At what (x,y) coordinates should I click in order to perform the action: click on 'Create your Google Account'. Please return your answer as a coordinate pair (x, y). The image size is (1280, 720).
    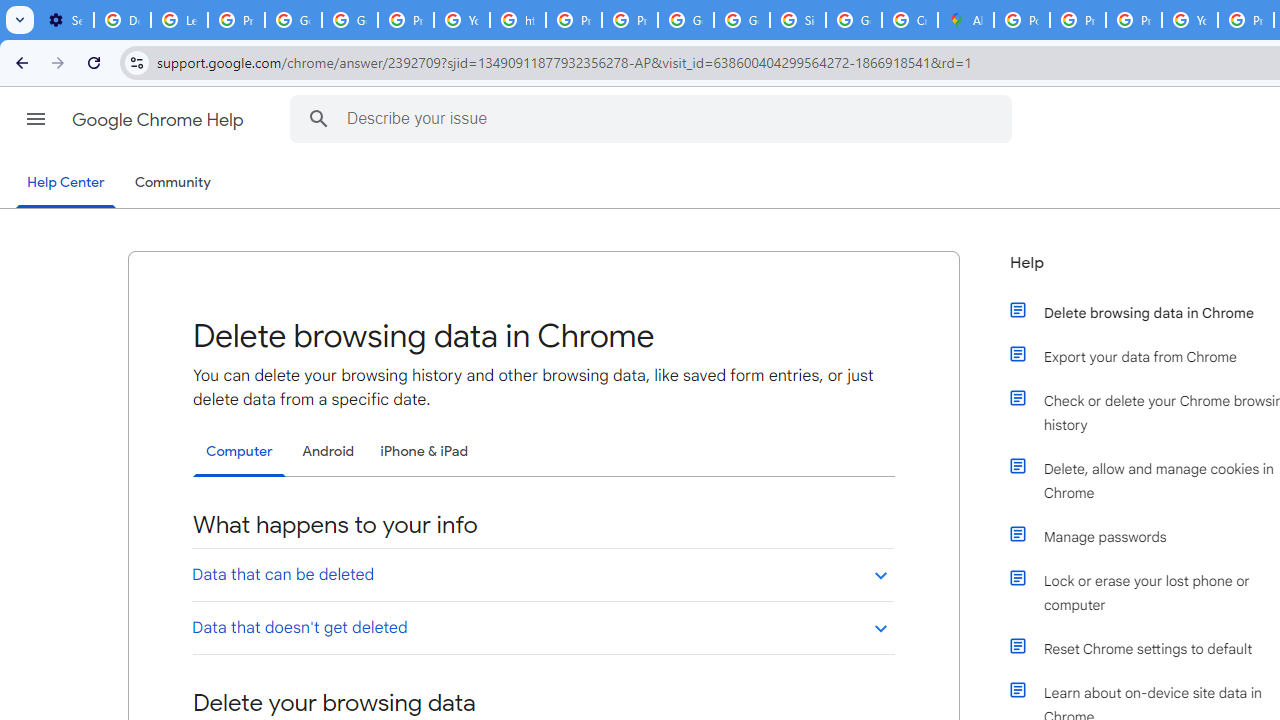
    Looking at the image, I should click on (909, 20).